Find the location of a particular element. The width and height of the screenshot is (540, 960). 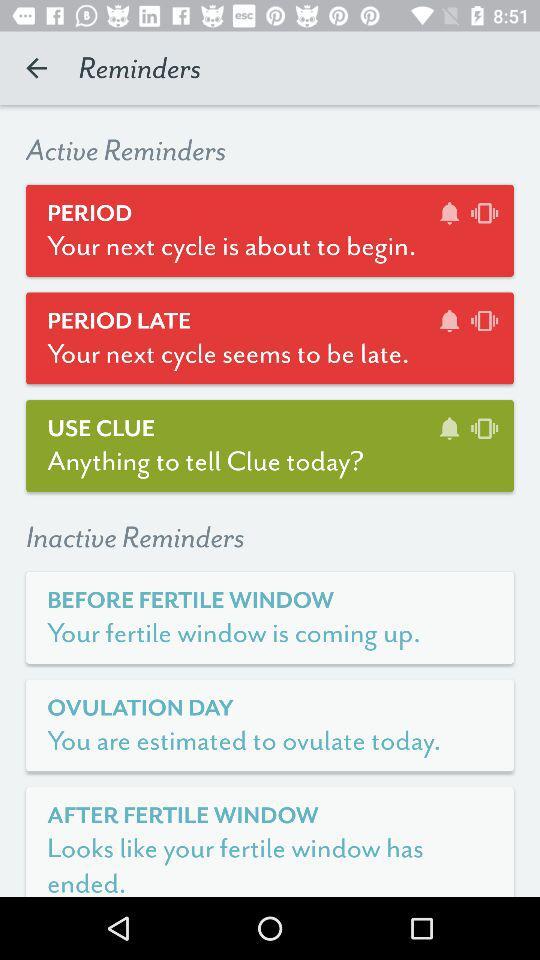

icon to the left of reminders icon is located at coordinates (36, 68).